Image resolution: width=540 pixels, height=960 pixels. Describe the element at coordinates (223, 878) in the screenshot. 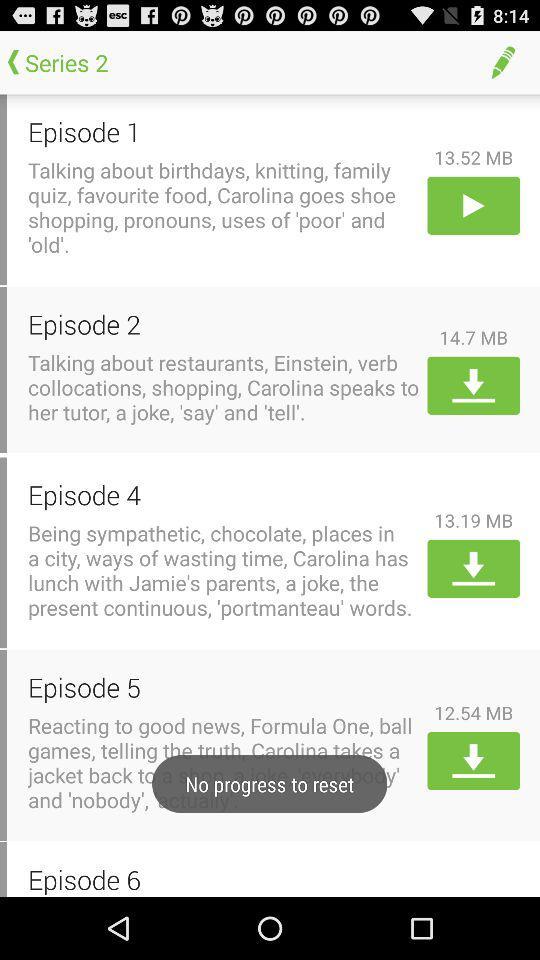

I see `the app below the reacting to good item` at that location.